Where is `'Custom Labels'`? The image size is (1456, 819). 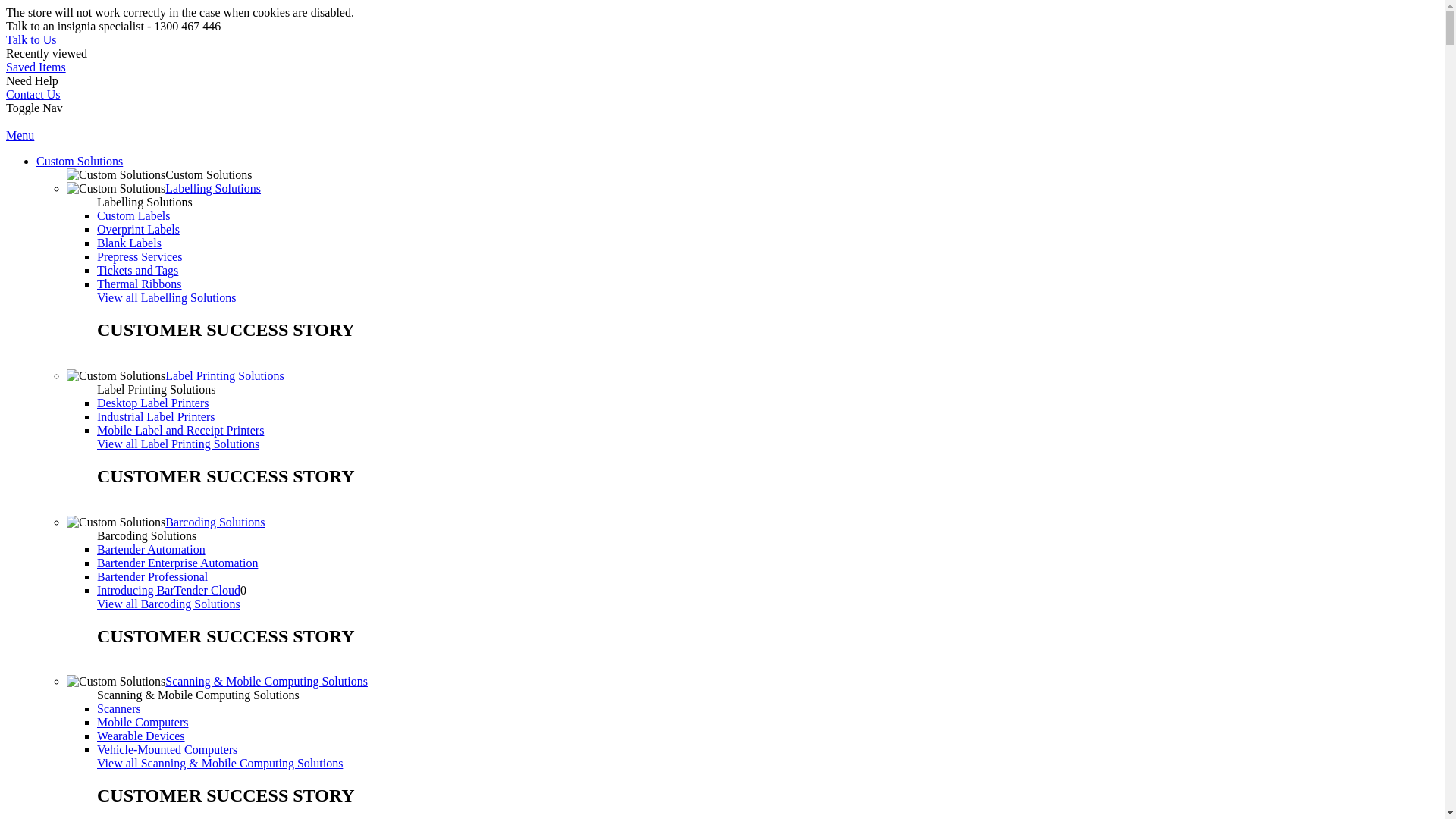 'Custom Labels' is located at coordinates (96, 215).